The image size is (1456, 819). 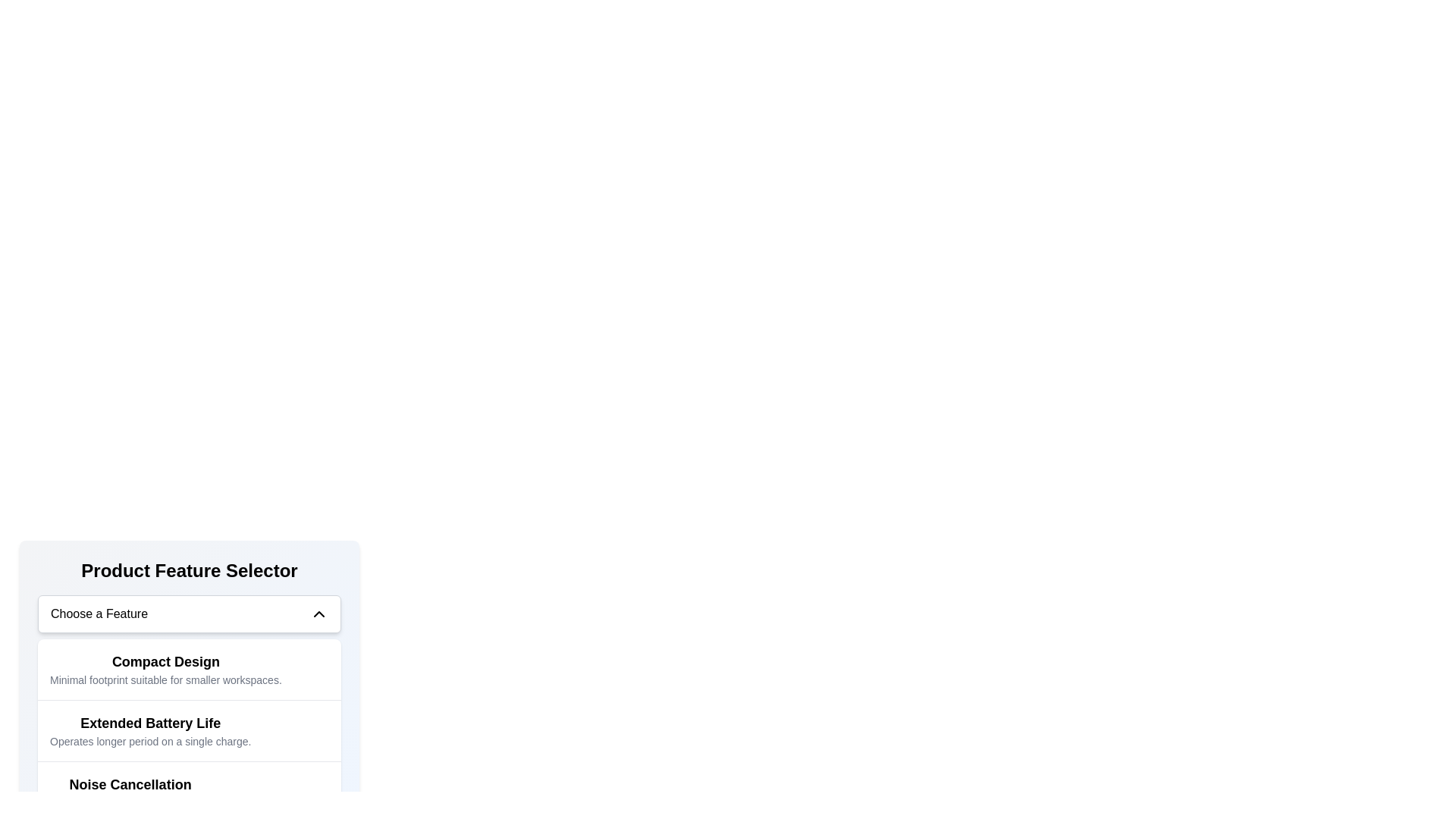 I want to click on text content of the 'Extended Battery Life' element, which includes the title styled in bold and large font and the description styled in smaller and lighter font, located in the second card under the 'Product Feature Selector' section, so click(x=150, y=730).